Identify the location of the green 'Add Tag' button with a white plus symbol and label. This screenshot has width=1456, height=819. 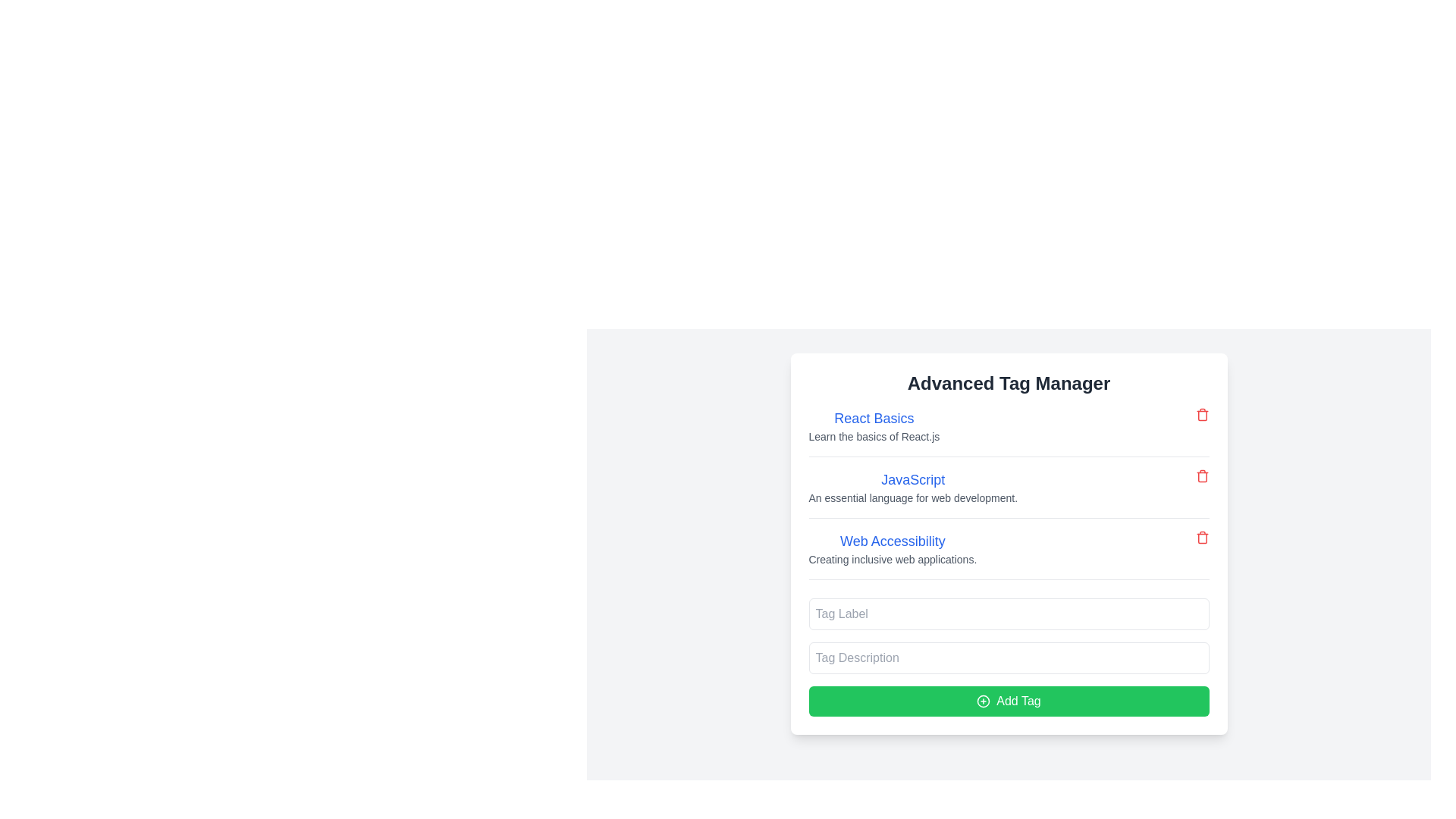
(1009, 701).